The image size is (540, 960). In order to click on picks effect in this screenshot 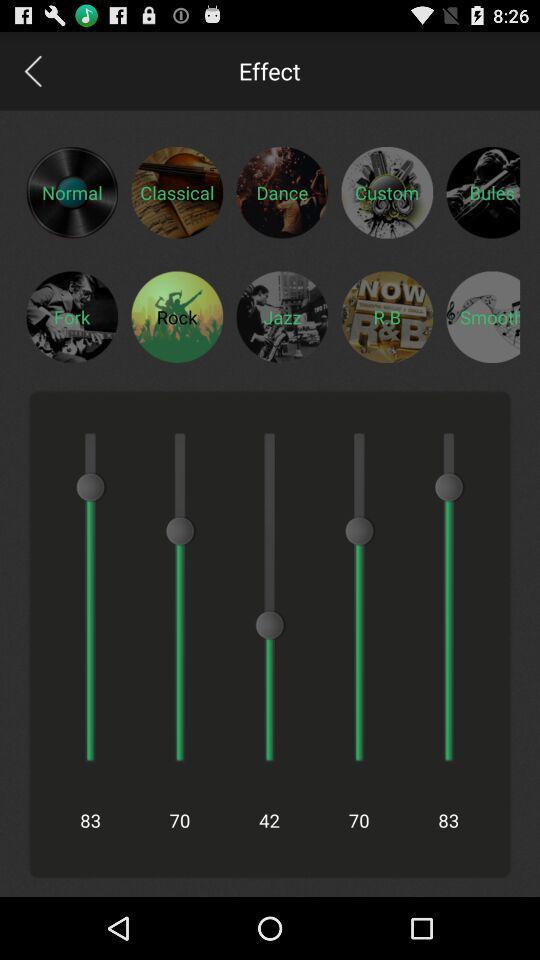, I will do `click(482, 192)`.